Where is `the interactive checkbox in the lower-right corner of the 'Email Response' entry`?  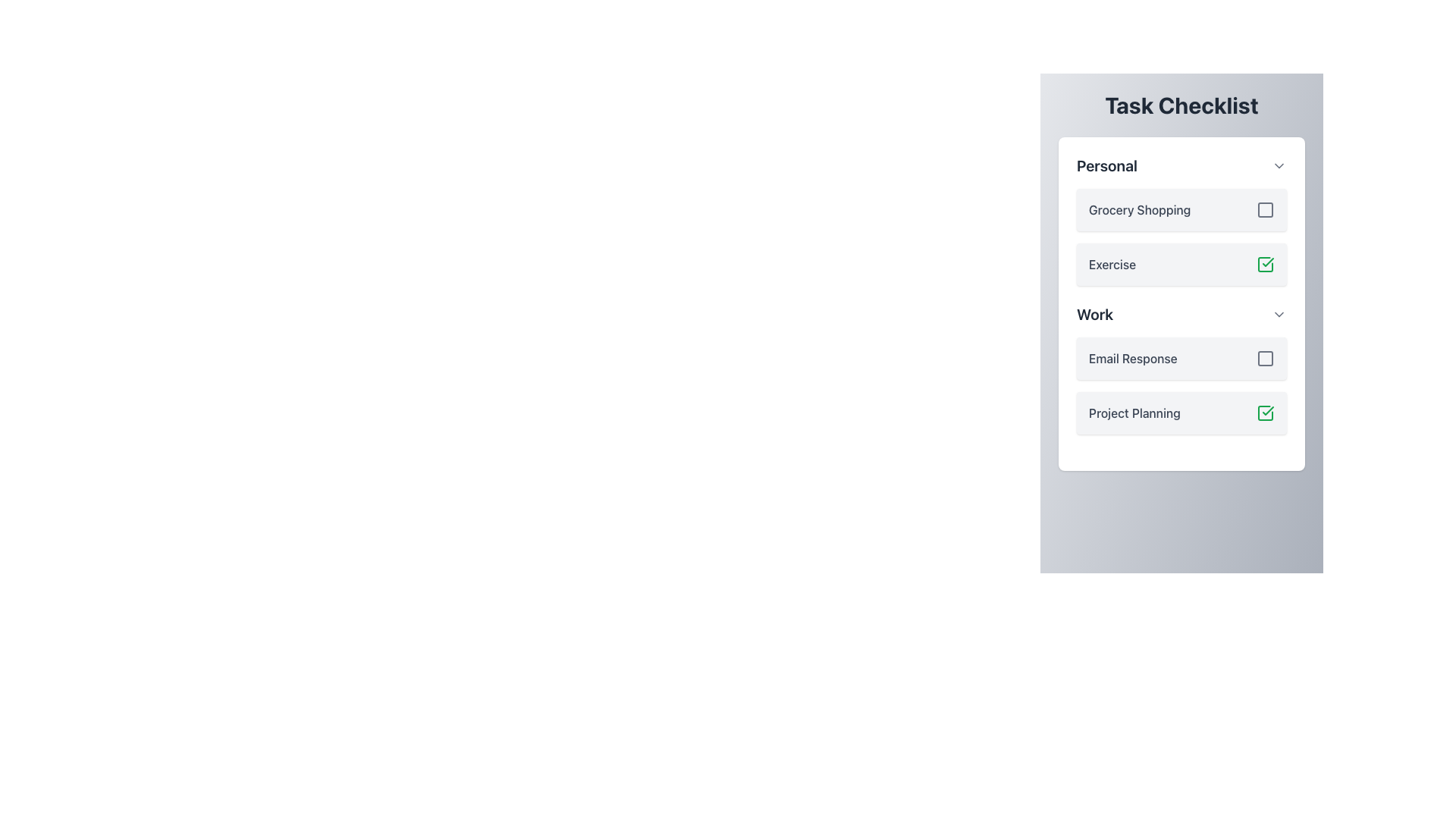 the interactive checkbox in the lower-right corner of the 'Email Response' entry is located at coordinates (1266, 359).